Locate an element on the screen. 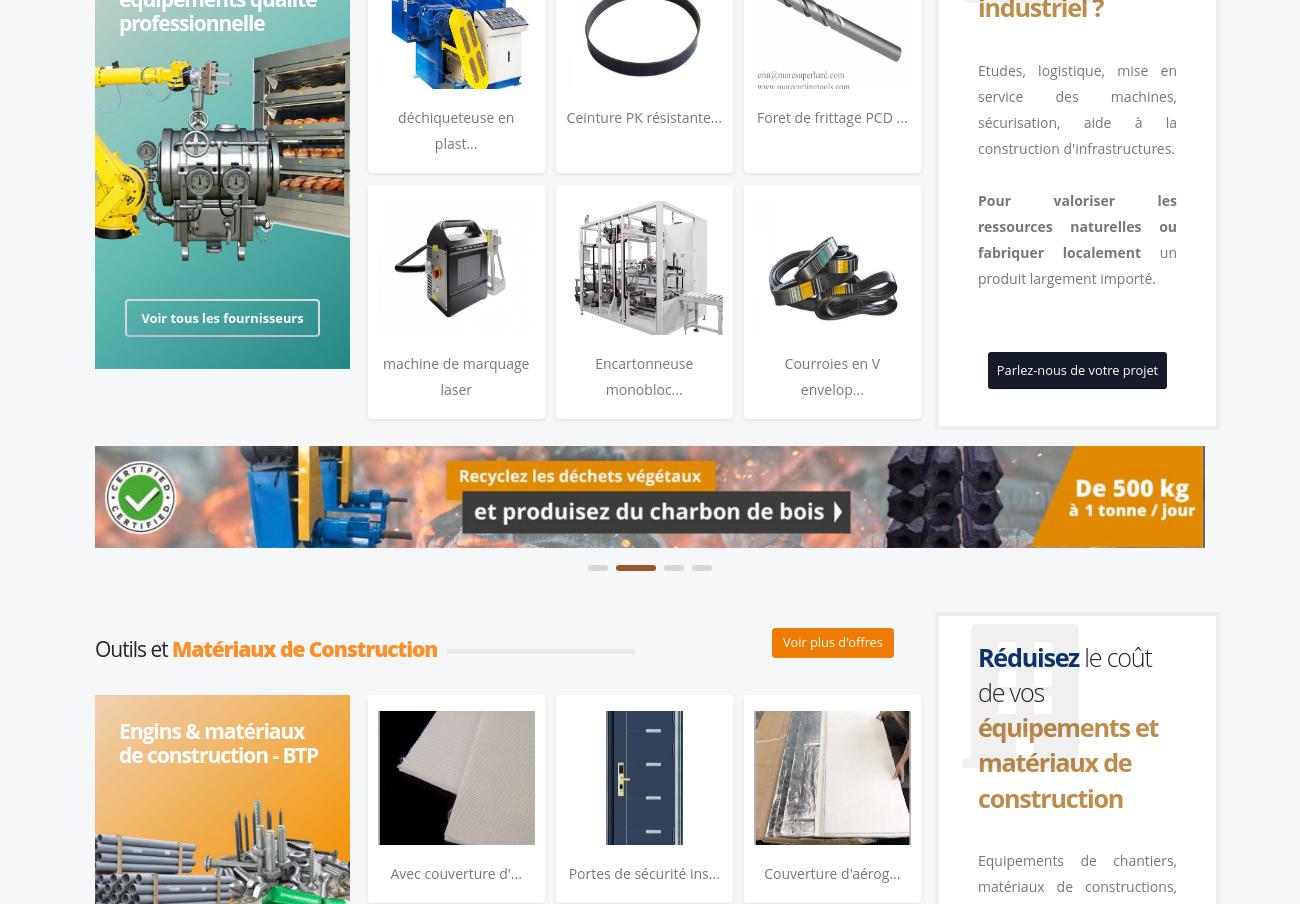 Image resolution: width=1300 pixels, height=904 pixels. 'Foret de frittage PCD ...' is located at coordinates (831, 116).